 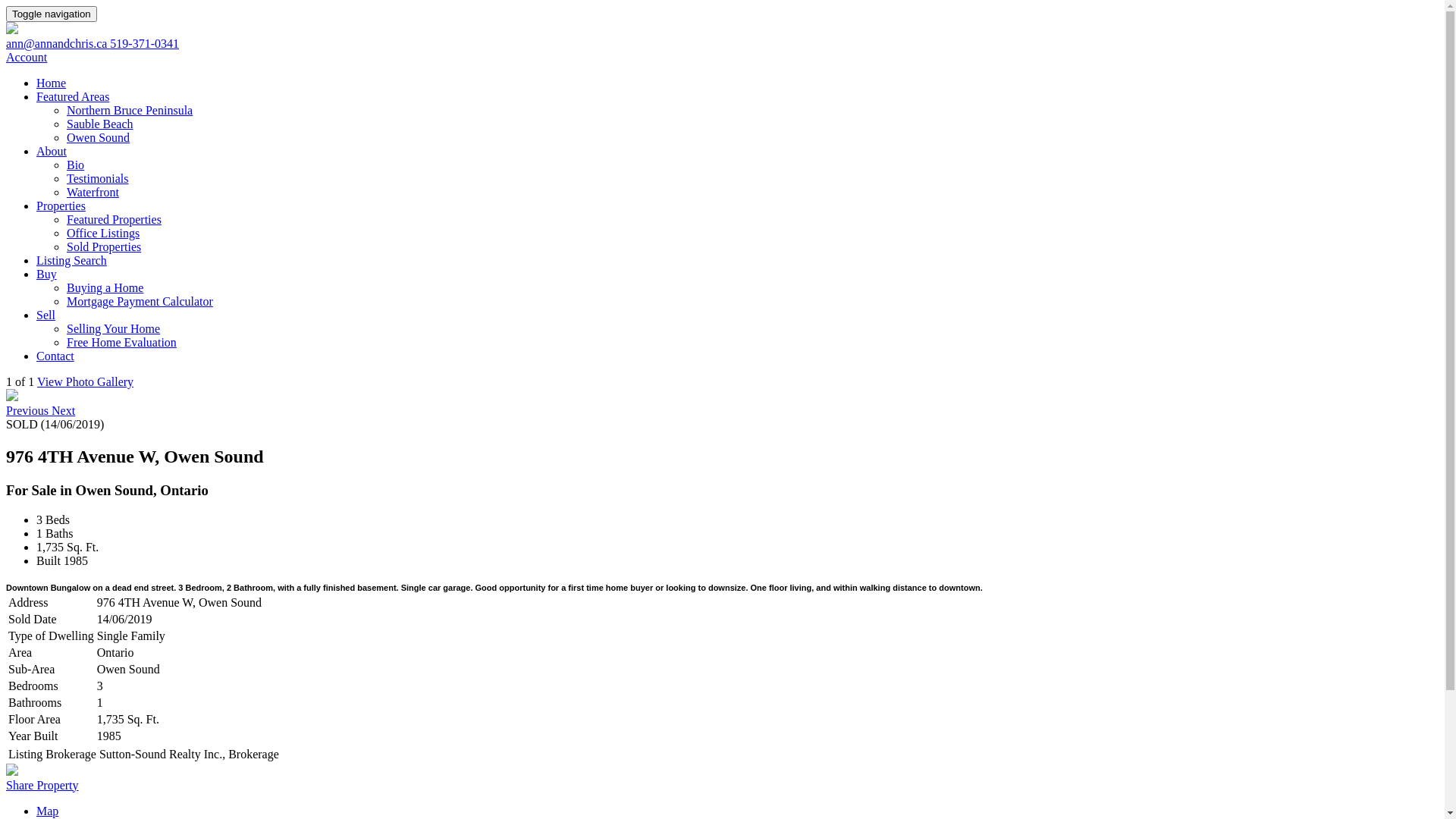 What do you see at coordinates (97, 177) in the screenshot?
I see `'Testimonials'` at bounding box center [97, 177].